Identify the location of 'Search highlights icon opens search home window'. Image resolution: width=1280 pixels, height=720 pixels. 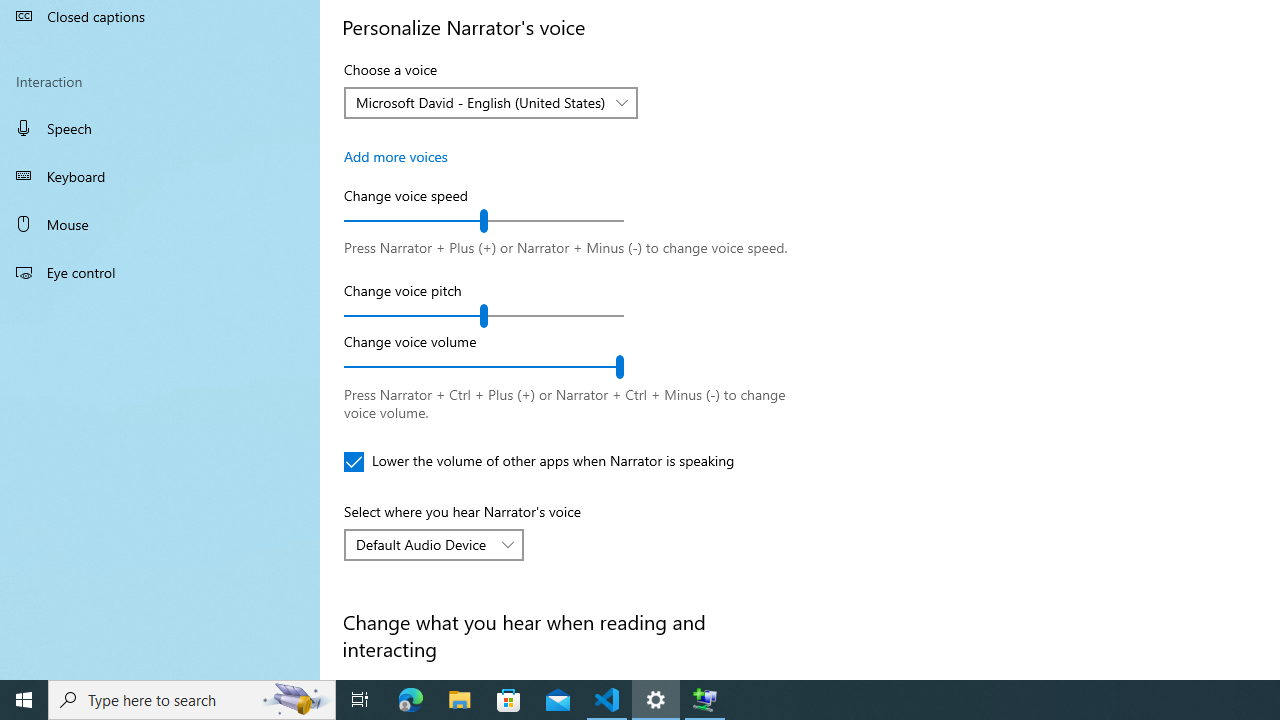
(294, 698).